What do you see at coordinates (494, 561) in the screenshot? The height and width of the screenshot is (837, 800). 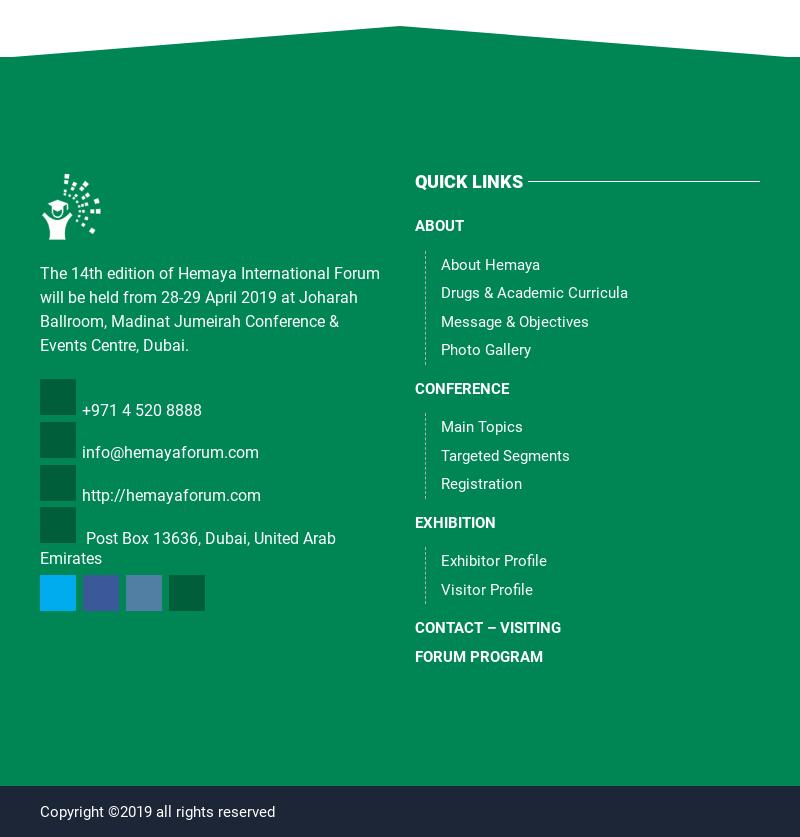 I see `'Exhibitor Profile'` at bounding box center [494, 561].